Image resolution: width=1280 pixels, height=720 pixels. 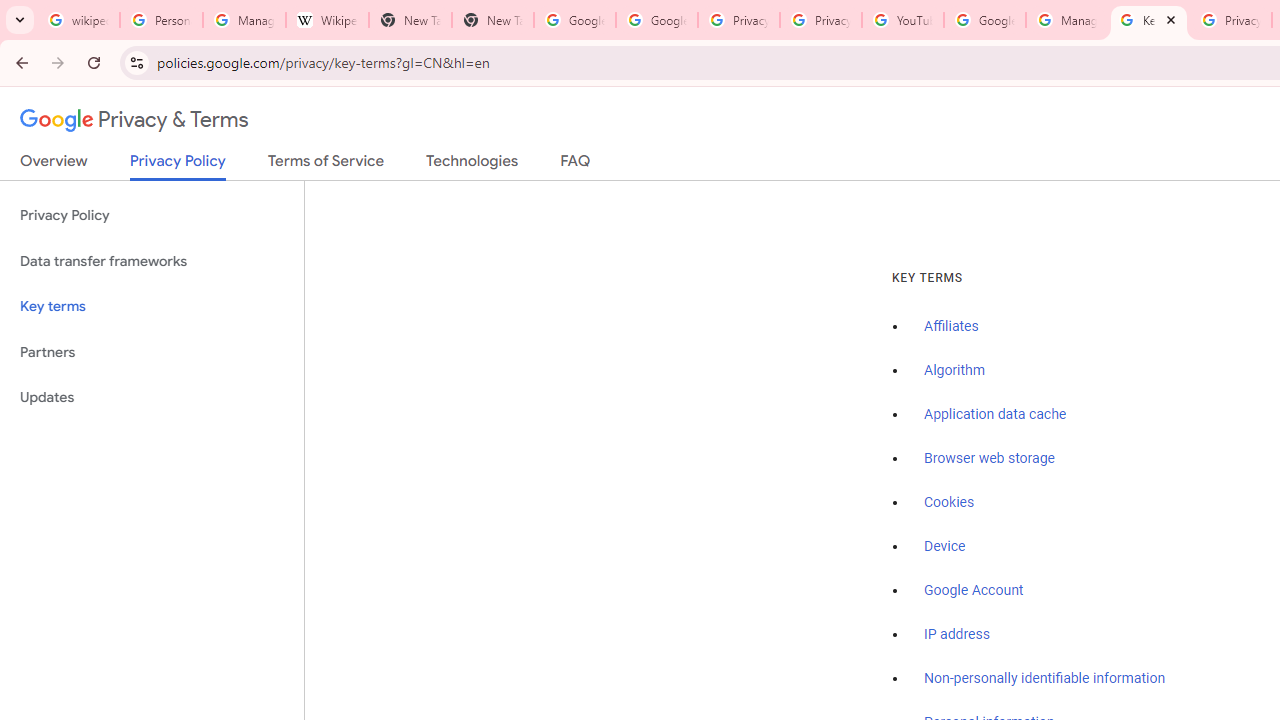 What do you see at coordinates (471, 164) in the screenshot?
I see `'Technologies'` at bounding box center [471, 164].